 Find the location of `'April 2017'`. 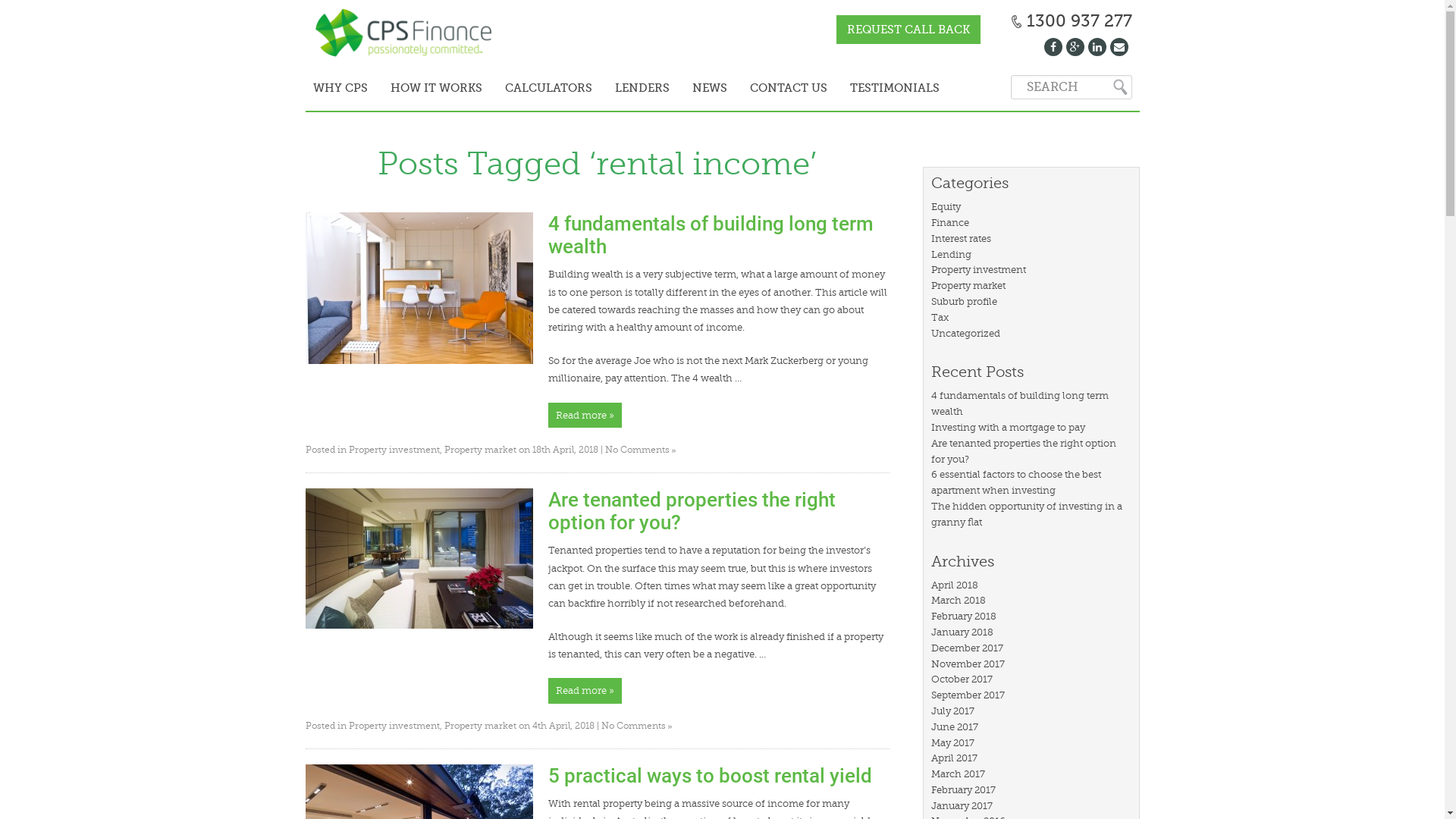

'April 2017' is located at coordinates (953, 758).